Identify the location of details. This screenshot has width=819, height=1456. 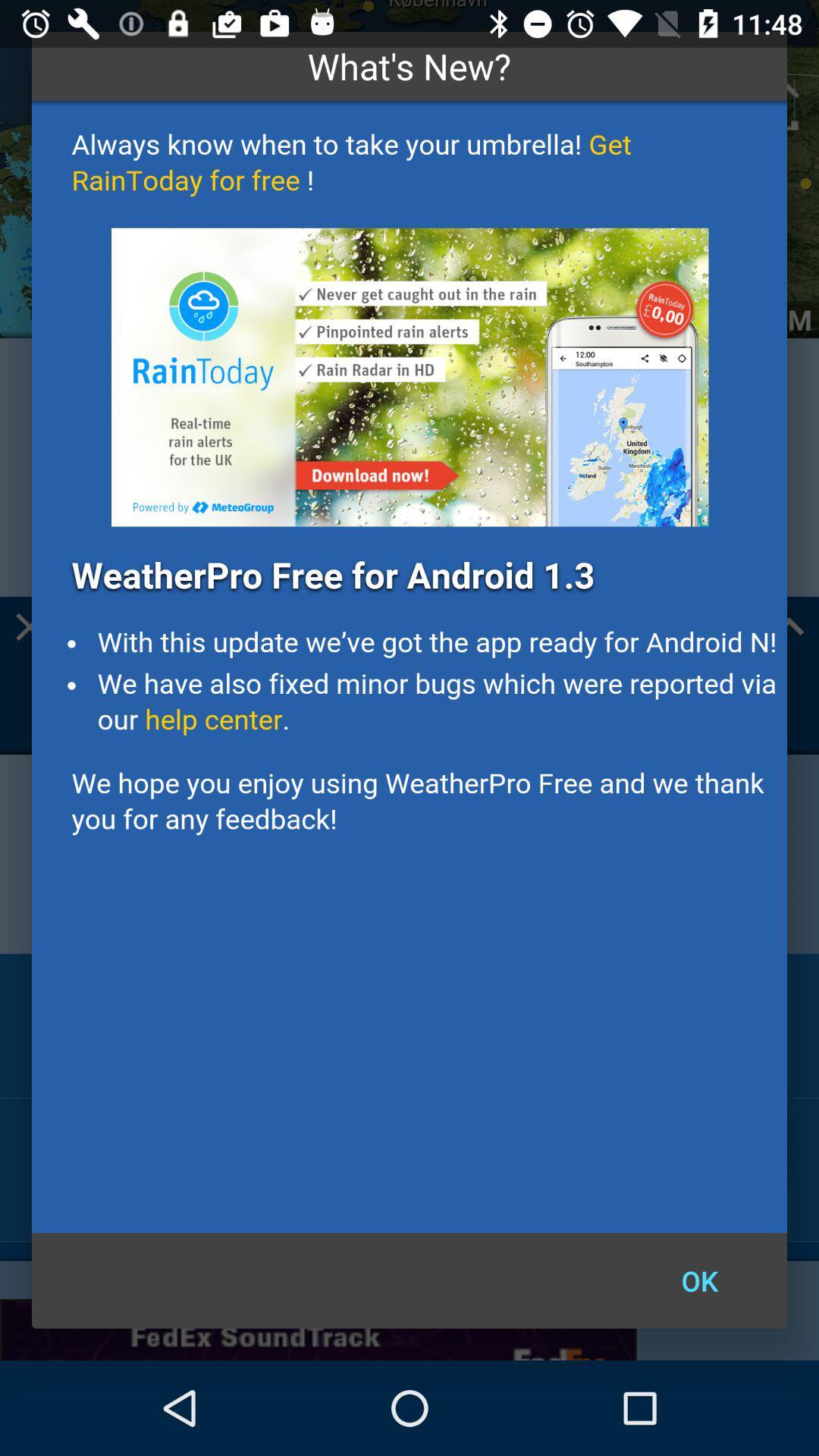
(409, 667).